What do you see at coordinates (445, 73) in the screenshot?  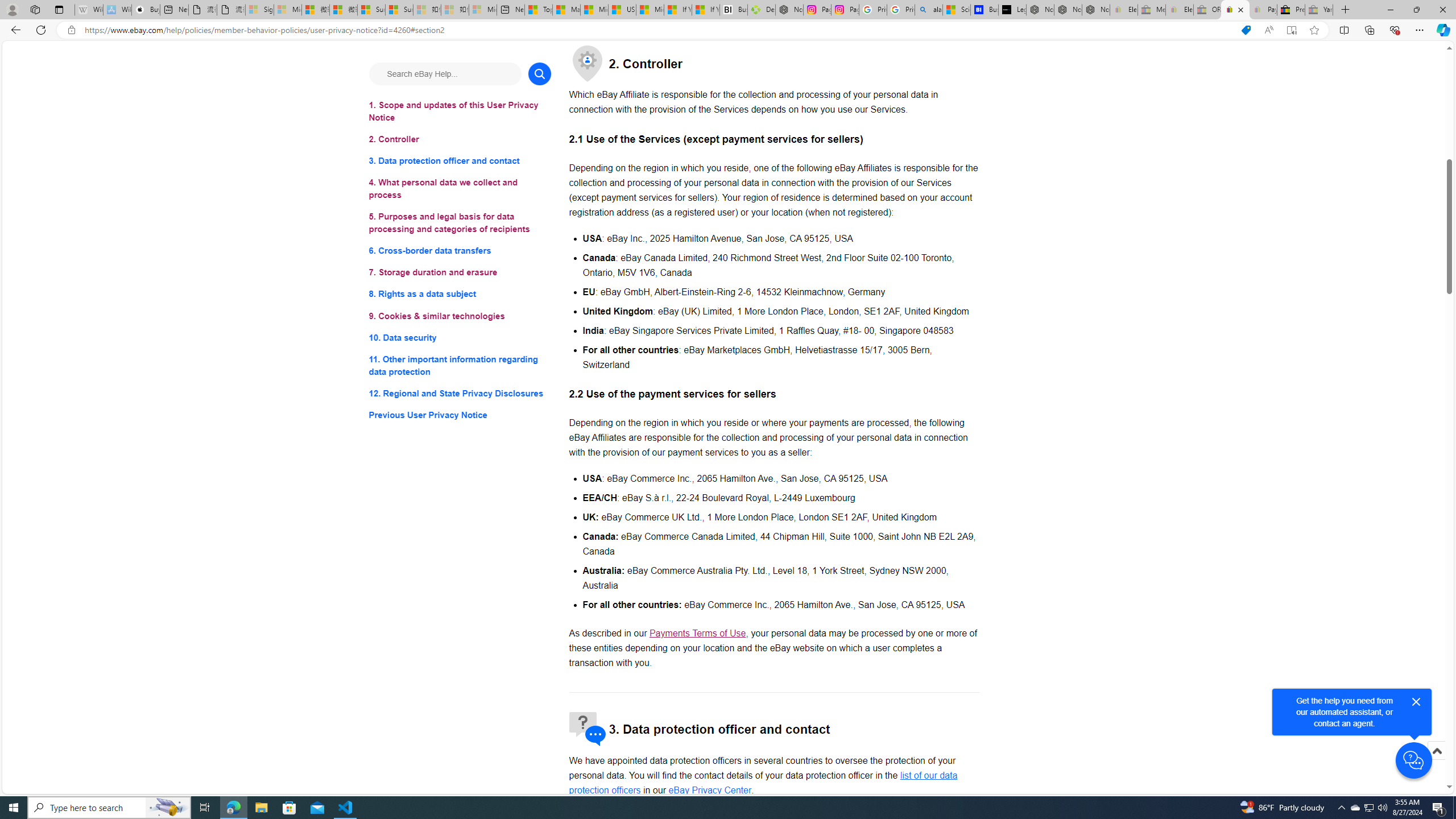 I see `'Search eBay Help...'` at bounding box center [445, 73].